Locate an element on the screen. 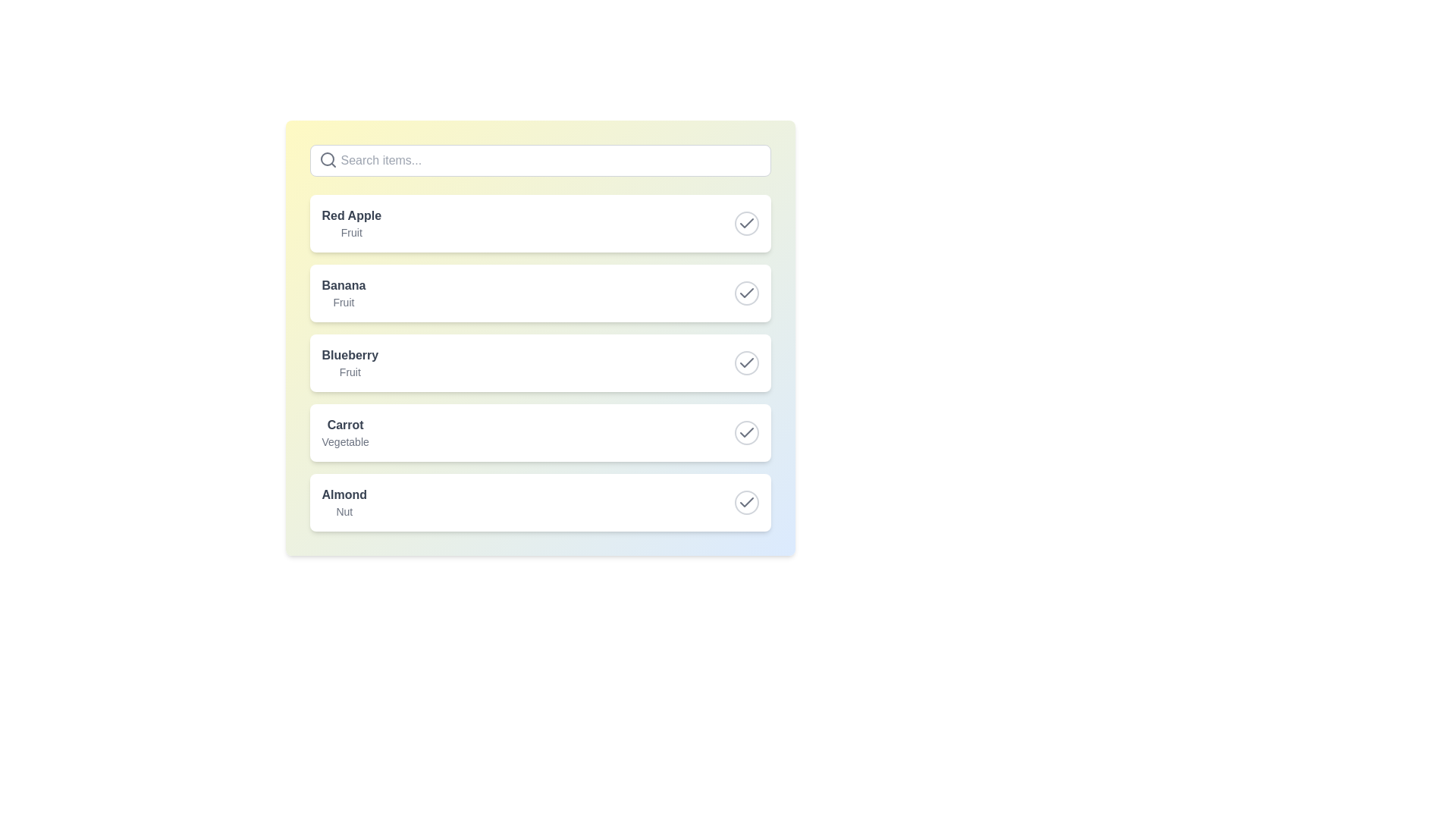  the static text label that displays the word 'Fruit', which is positioned directly beneath the label 'Banana' in a list-like structure is located at coordinates (343, 302).